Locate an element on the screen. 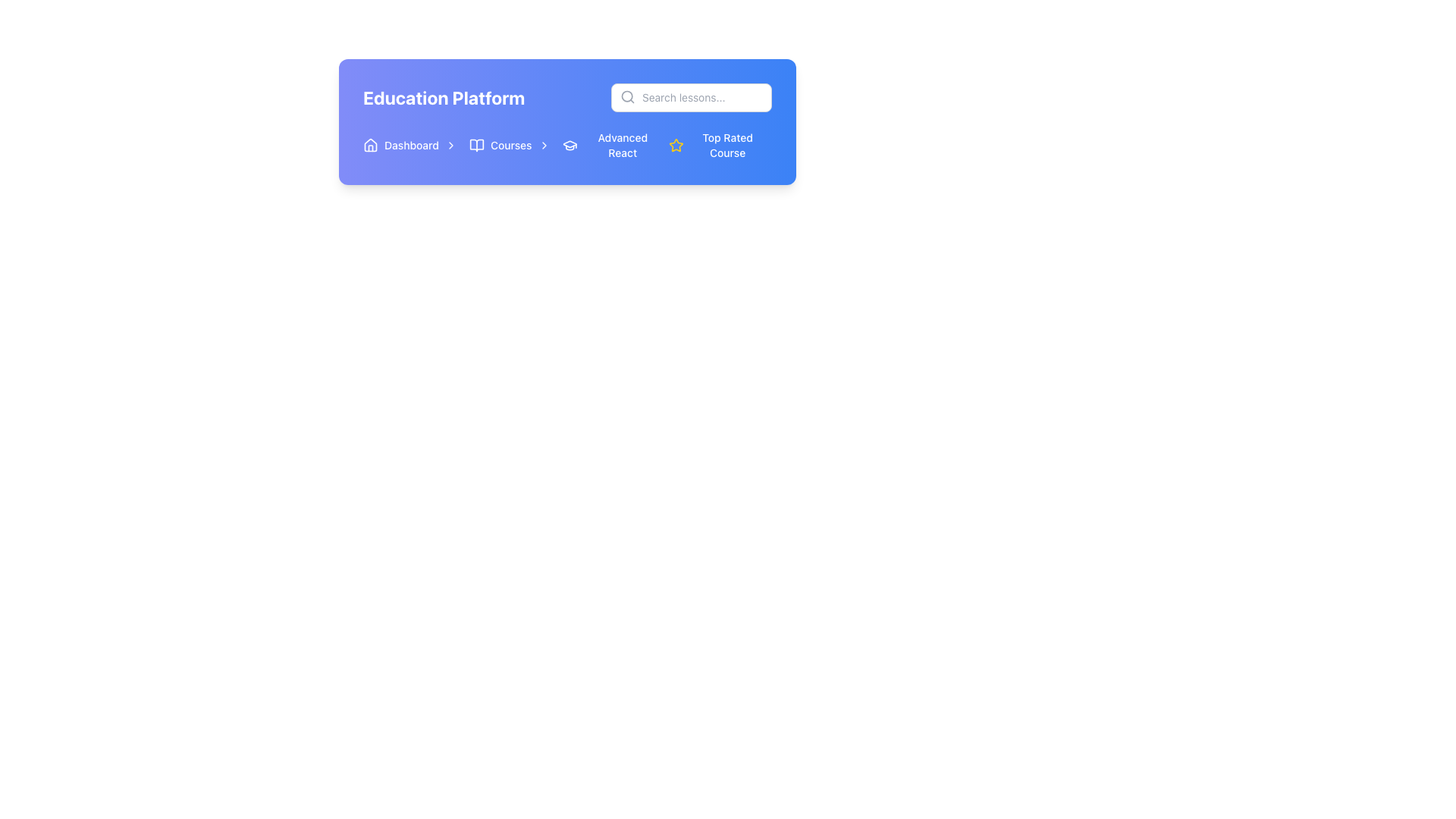 The width and height of the screenshot is (1456, 819). the graduation cap icon in the navigation bar, located to the left of the 'Education Platform' text is located at coordinates (569, 144).